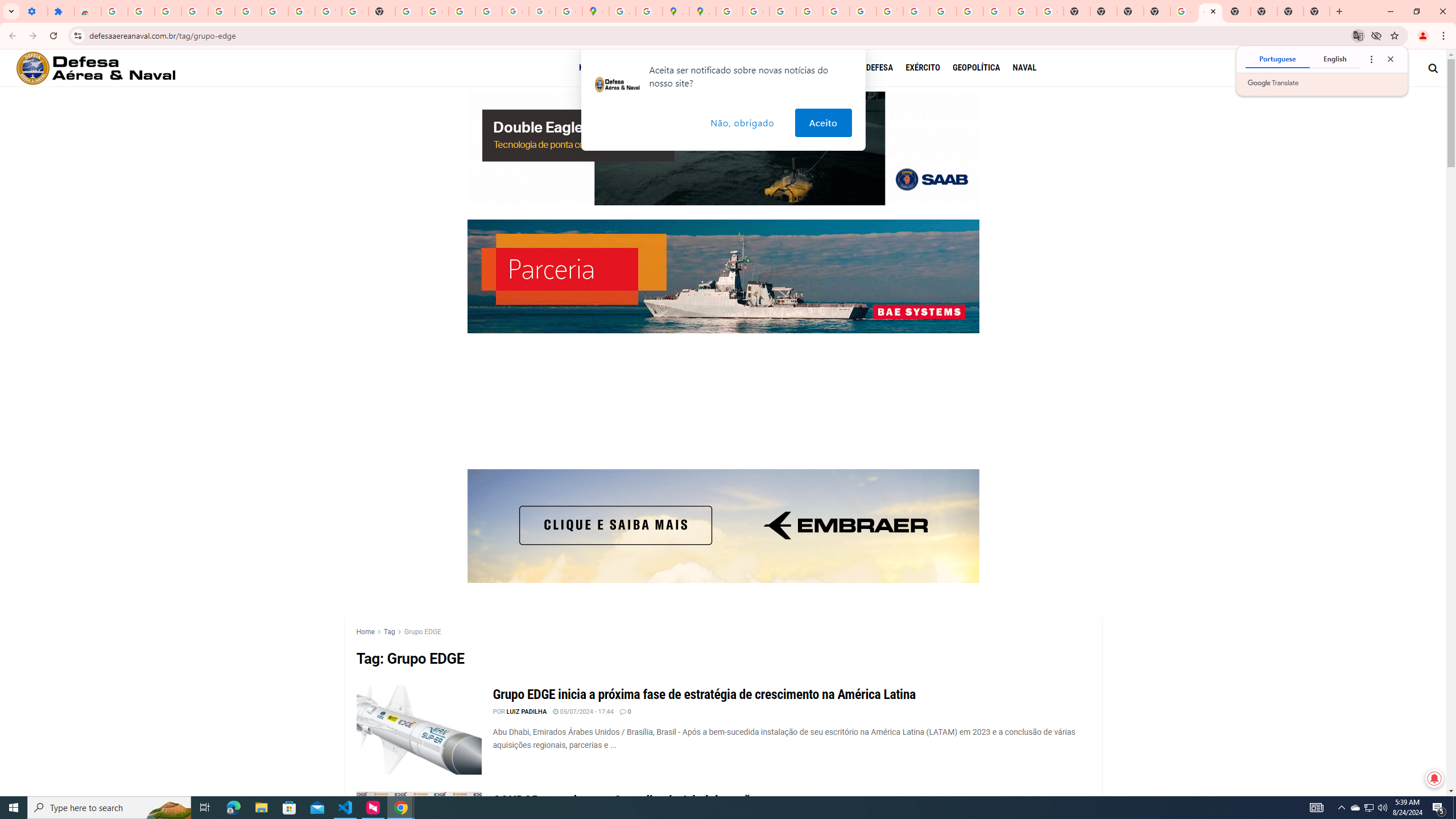  Describe the element at coordinates (1023, 67) in the screenshot. I see `'NAVAL'` at that location.